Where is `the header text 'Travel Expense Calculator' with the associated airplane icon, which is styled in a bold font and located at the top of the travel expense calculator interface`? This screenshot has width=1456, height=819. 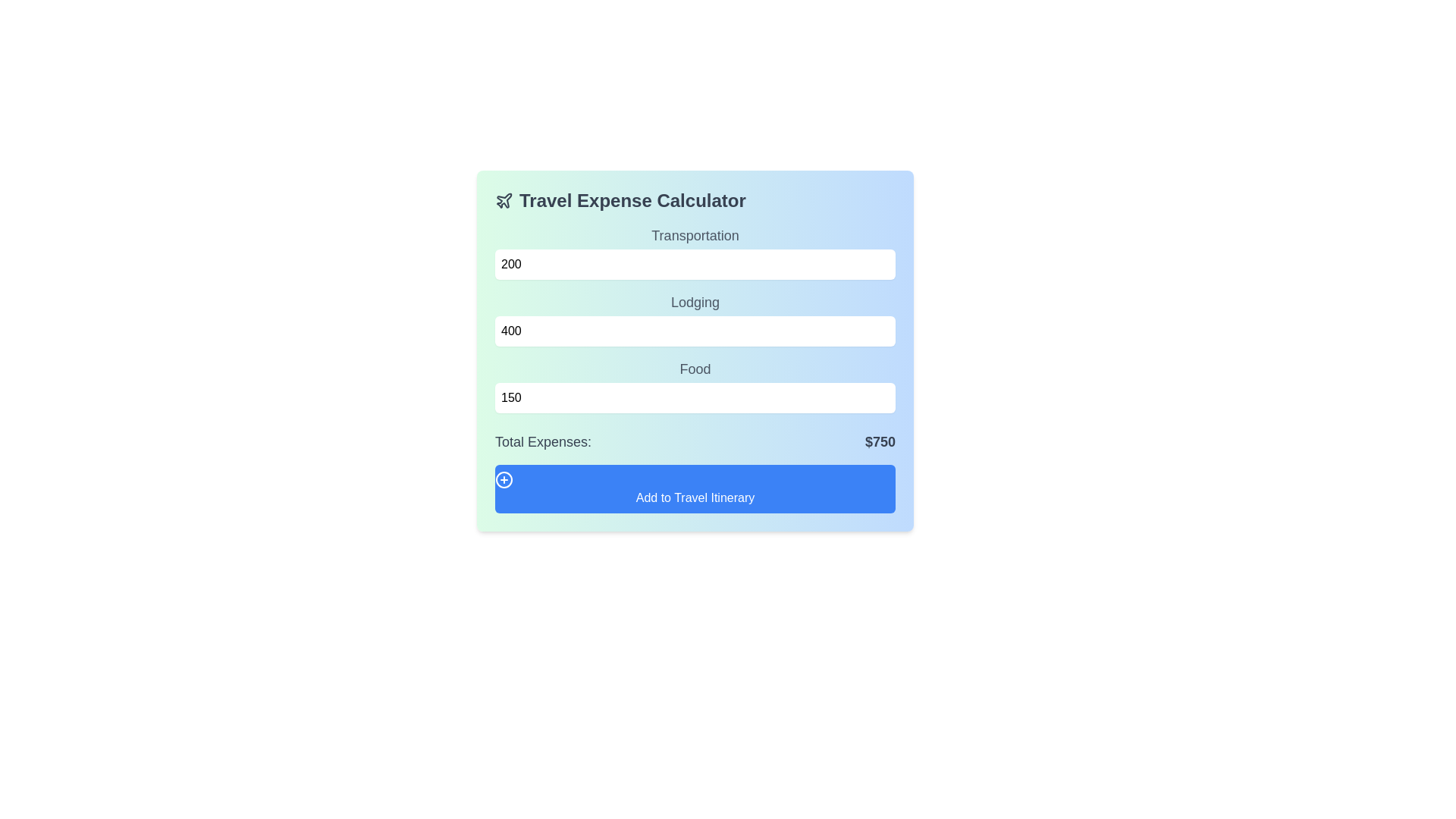
the header text 'Travel Expense Calculator' with the associated airplane icon, which is styled in a bold font and located at the top of the travel expense calculator interface is located at coordinates (694, 200).